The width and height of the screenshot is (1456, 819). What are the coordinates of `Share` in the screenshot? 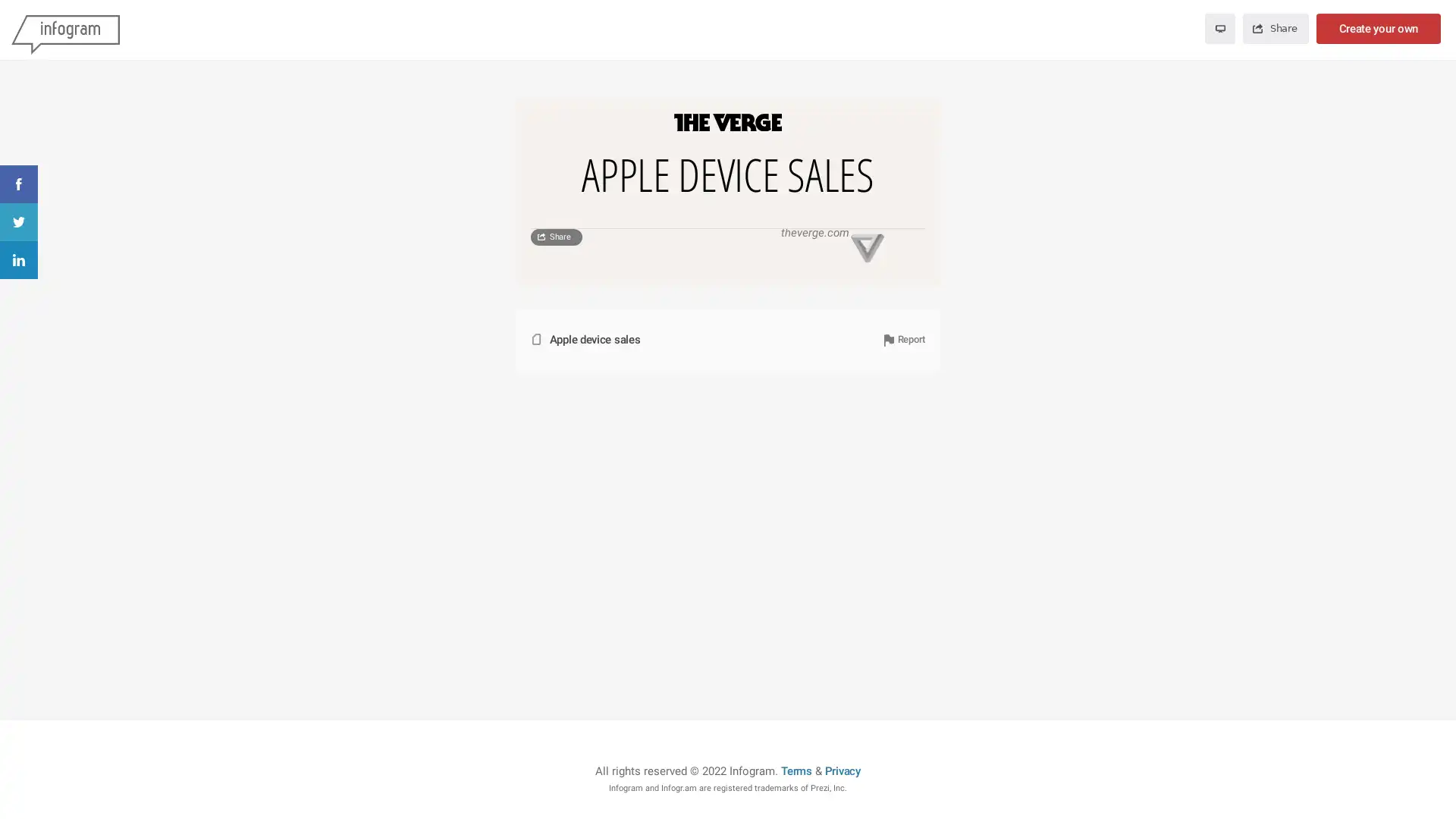 It's located at (555, 534).